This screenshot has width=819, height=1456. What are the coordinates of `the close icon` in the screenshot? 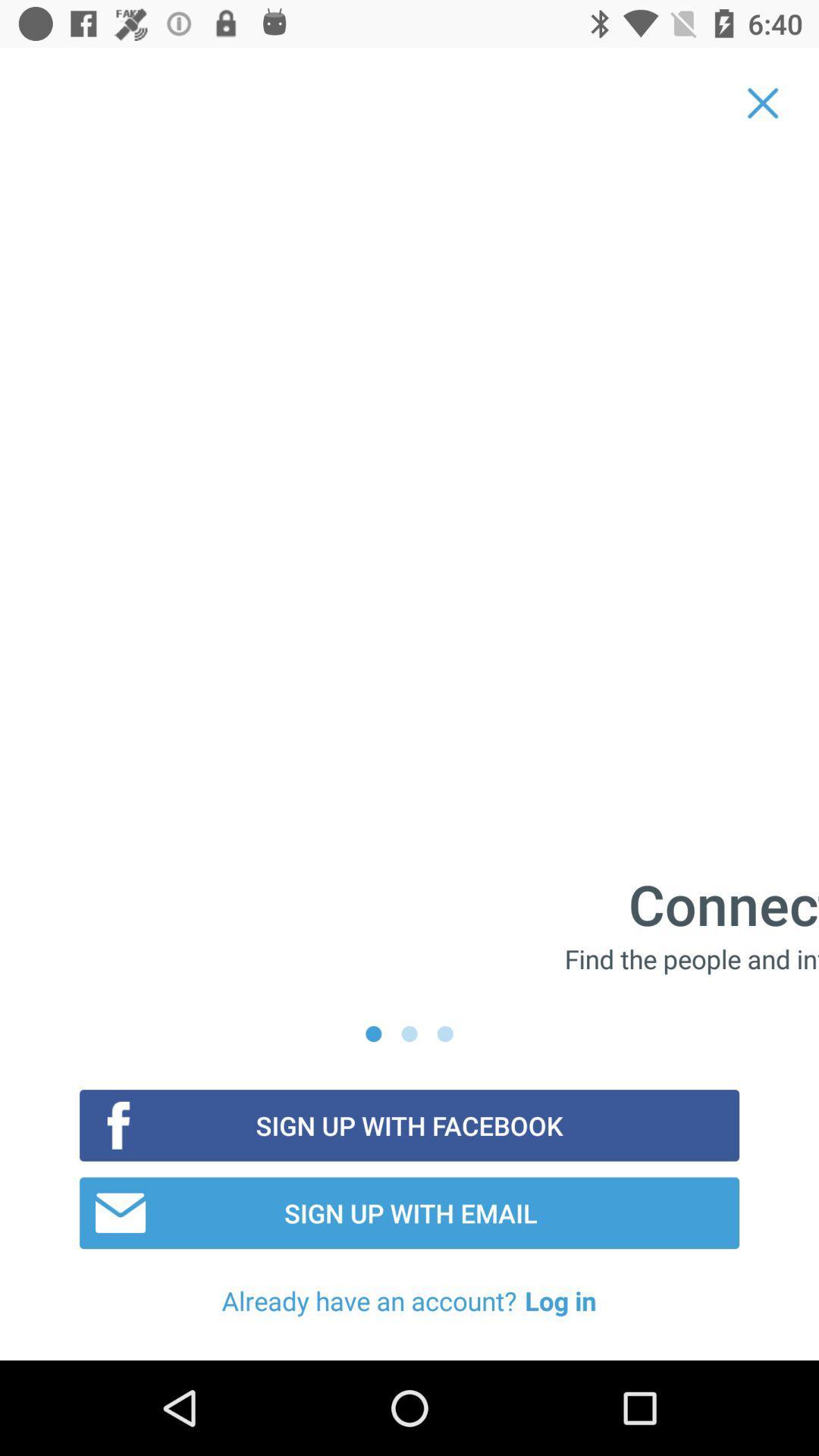 It's located at (763, 102).